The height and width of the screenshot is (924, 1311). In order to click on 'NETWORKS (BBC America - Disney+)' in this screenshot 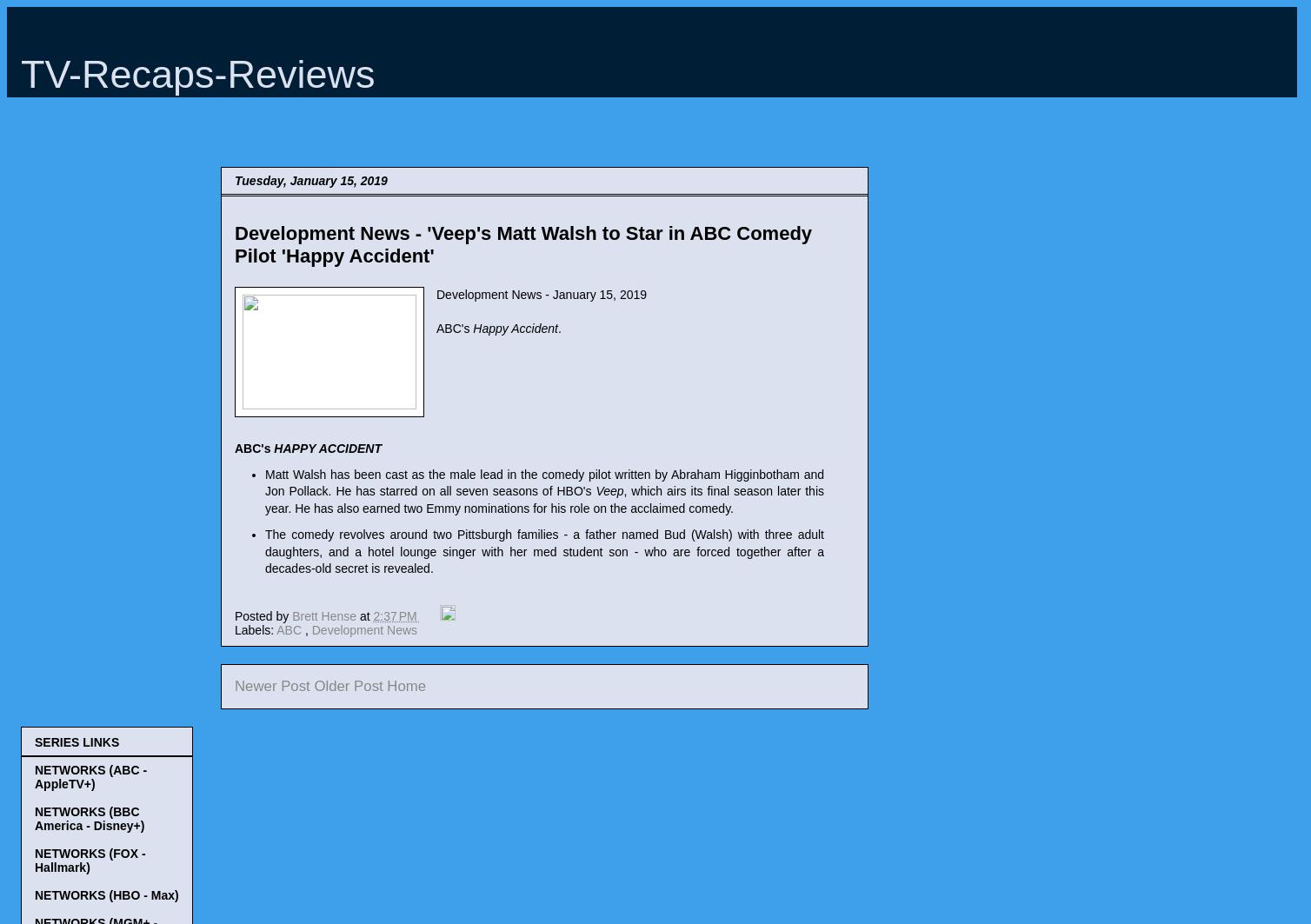, I will do `click(34, 816)`.